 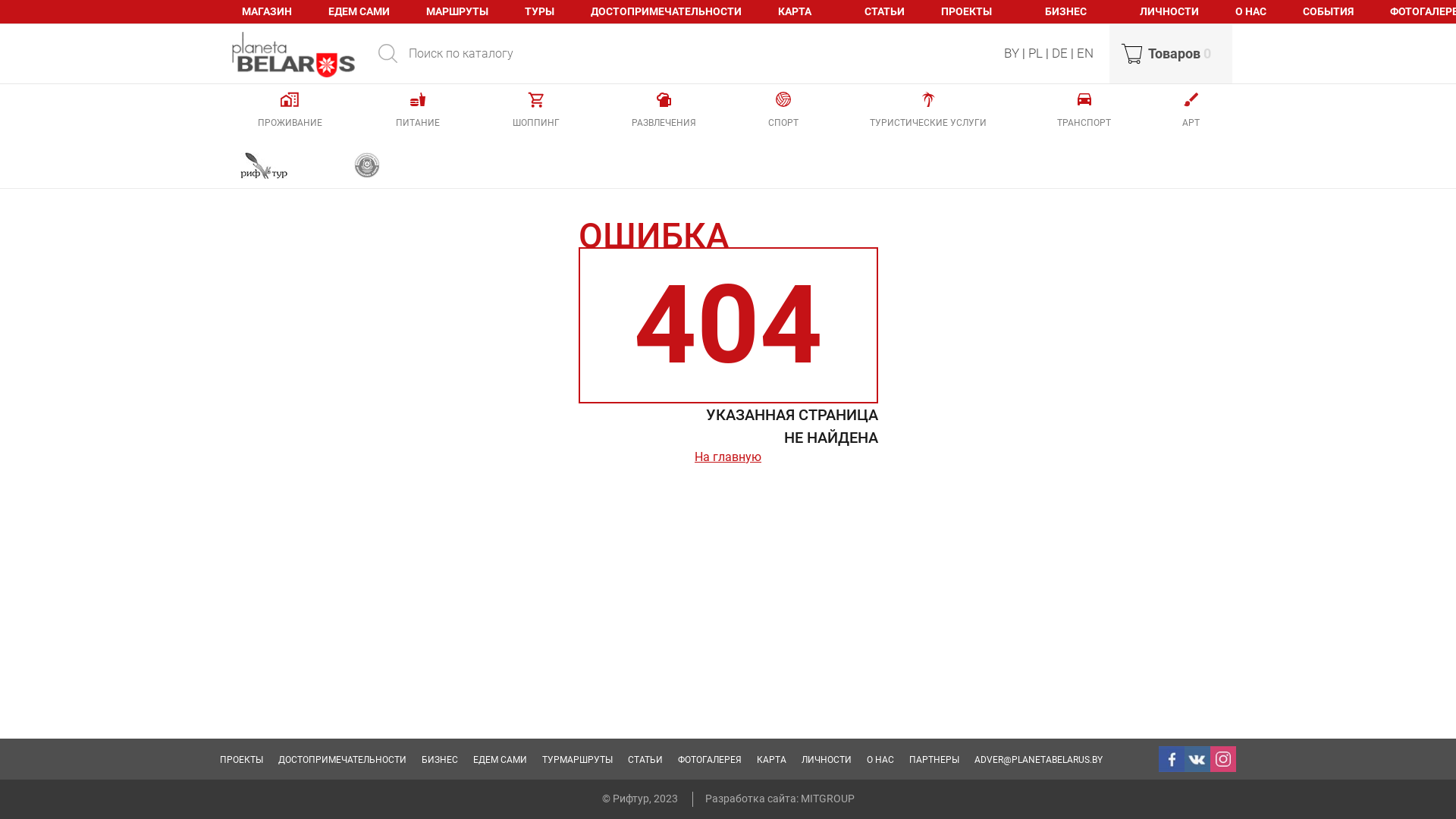 What do you see at coordinates (1012, 52) in the screenshot?
I see `'BY'` at bounding box center [1012, 52].